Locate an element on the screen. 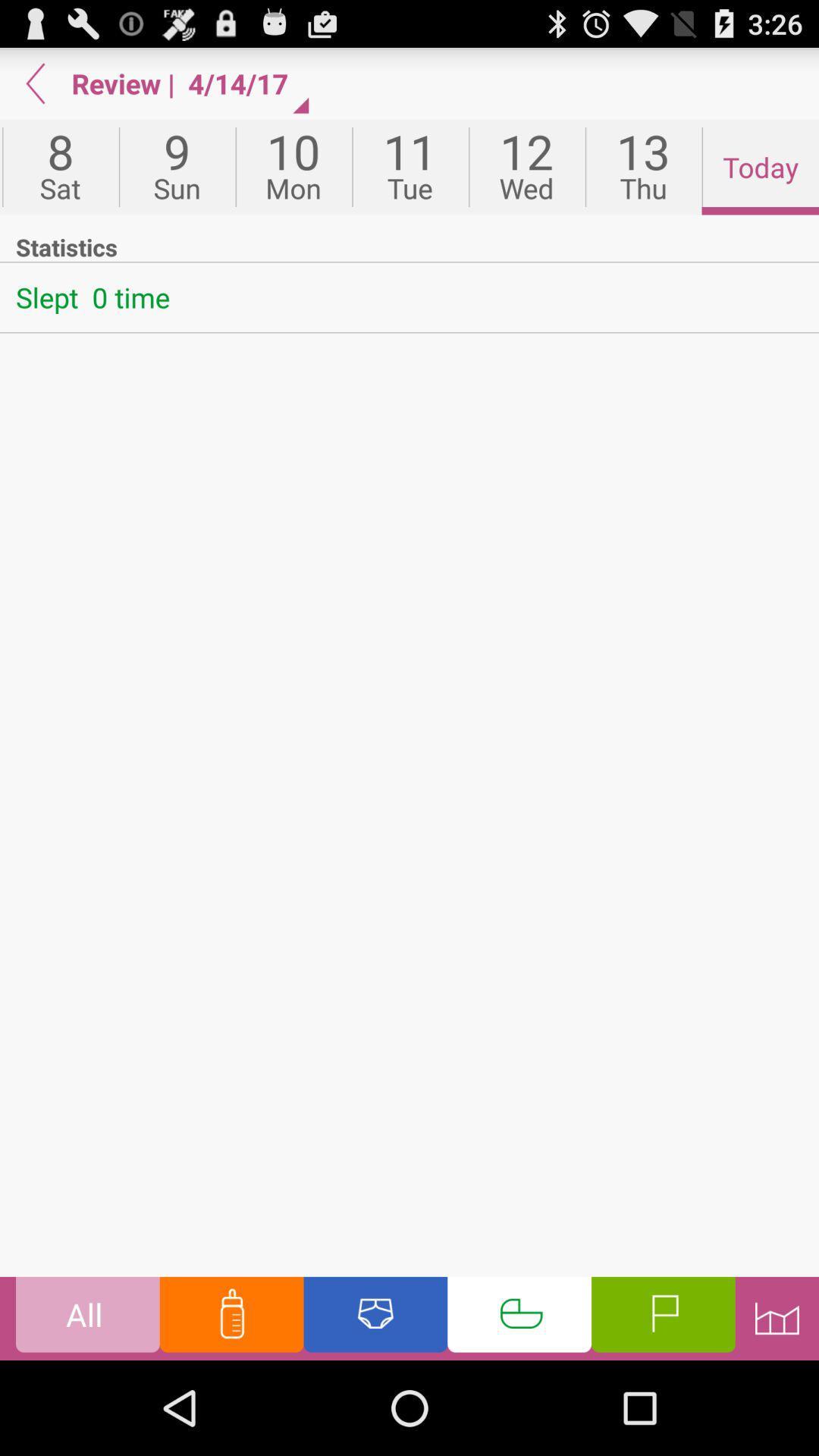 The height and width of the screenshot is (1456, 819). the sun item is located at coordinates (176, 167).